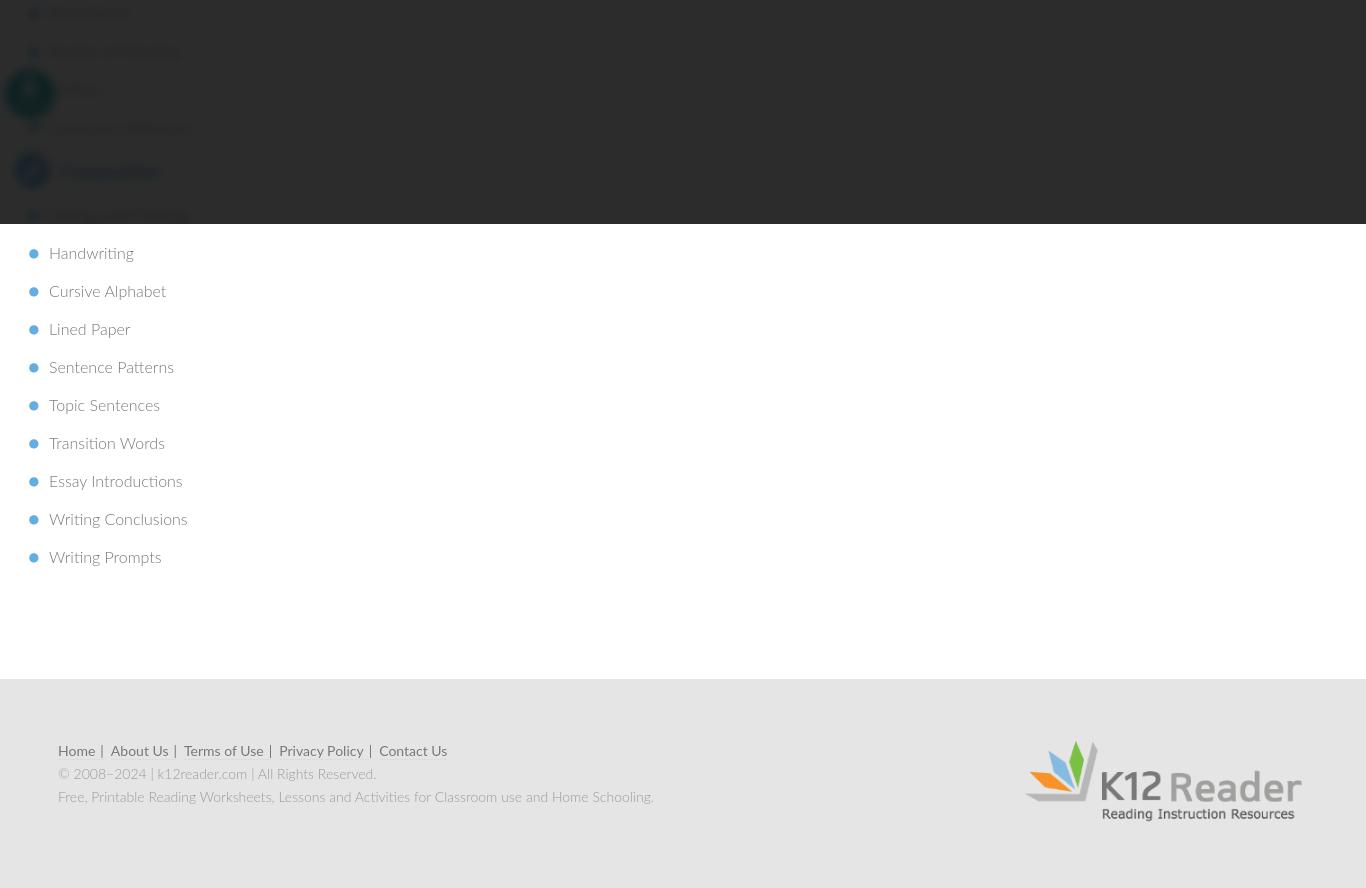 This screenshot has width=1366, height=888. Describe the element at coordinates (49, 367) in the screenshot. I see `'Sentence Patterns'` at that location.